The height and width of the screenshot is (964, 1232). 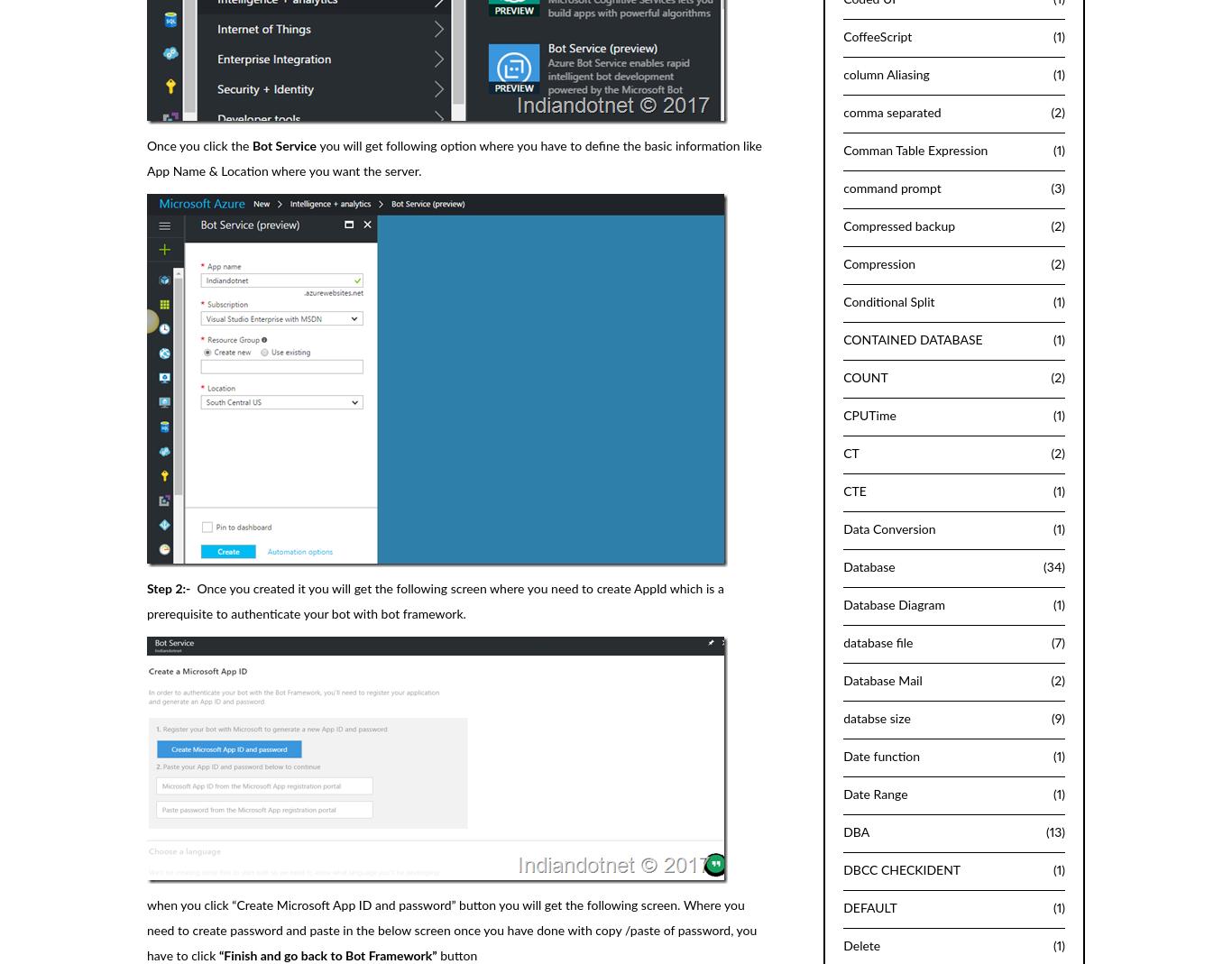 What do you see at coordinates (878, 642) in the screenshot?
I see `'database file'` at bounding box center [878, 642].